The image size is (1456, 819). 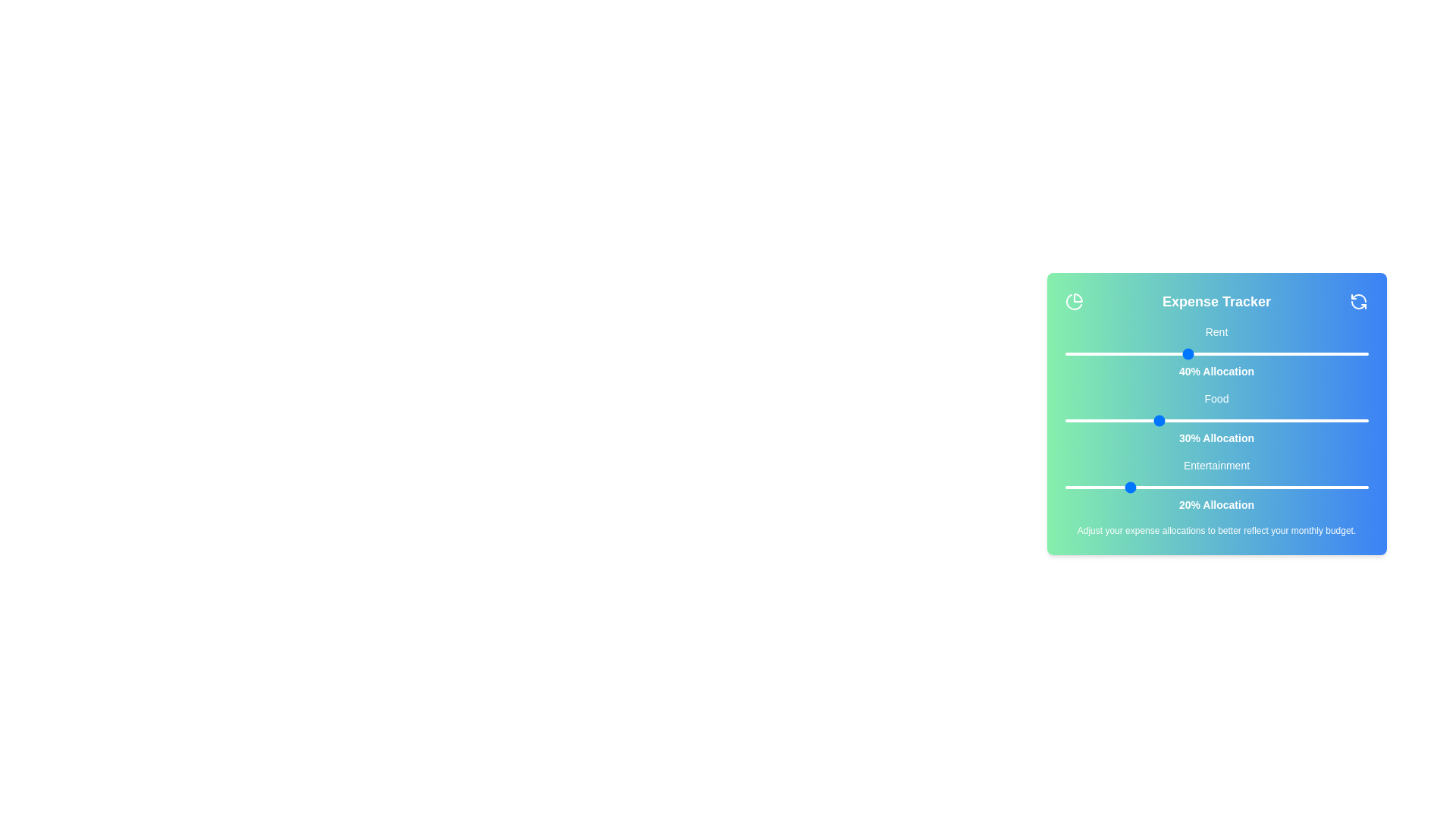 I want to click on the header icon pie_chart to perform its action, so click(x=1073, y=301).